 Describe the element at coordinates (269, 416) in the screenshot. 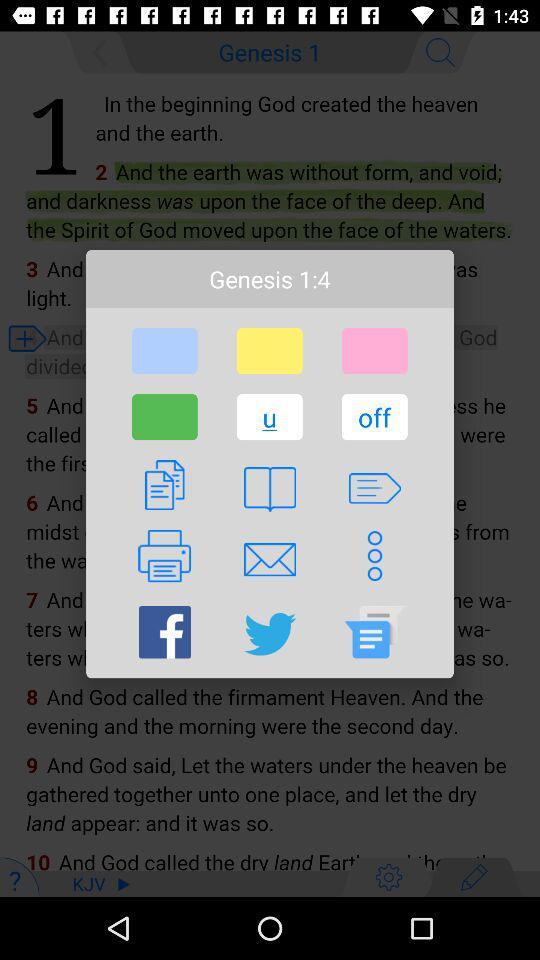

I see `button to the left of the off` at that location.